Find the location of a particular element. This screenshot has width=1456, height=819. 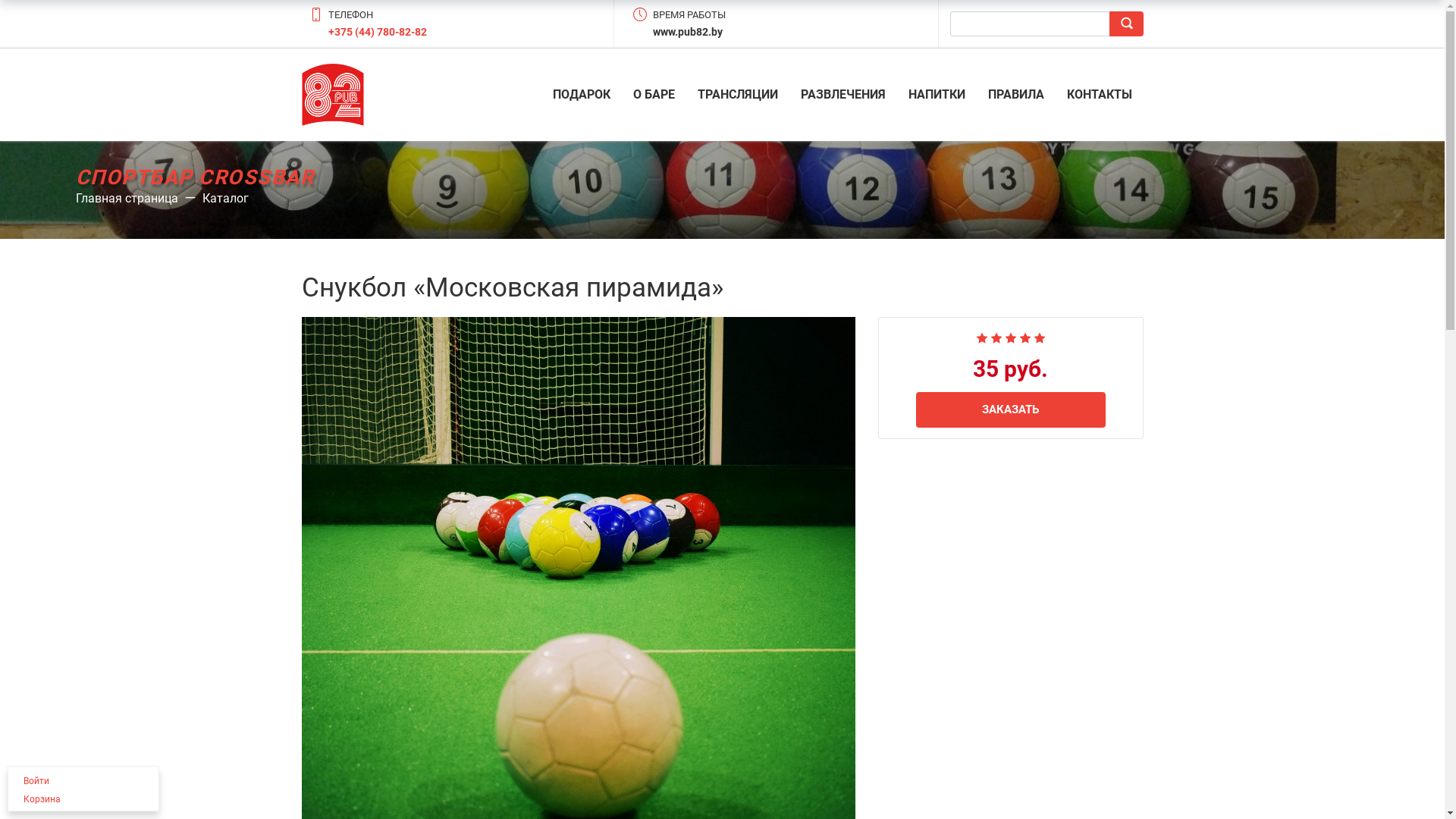

'2' is located at coordinates (996, 335).